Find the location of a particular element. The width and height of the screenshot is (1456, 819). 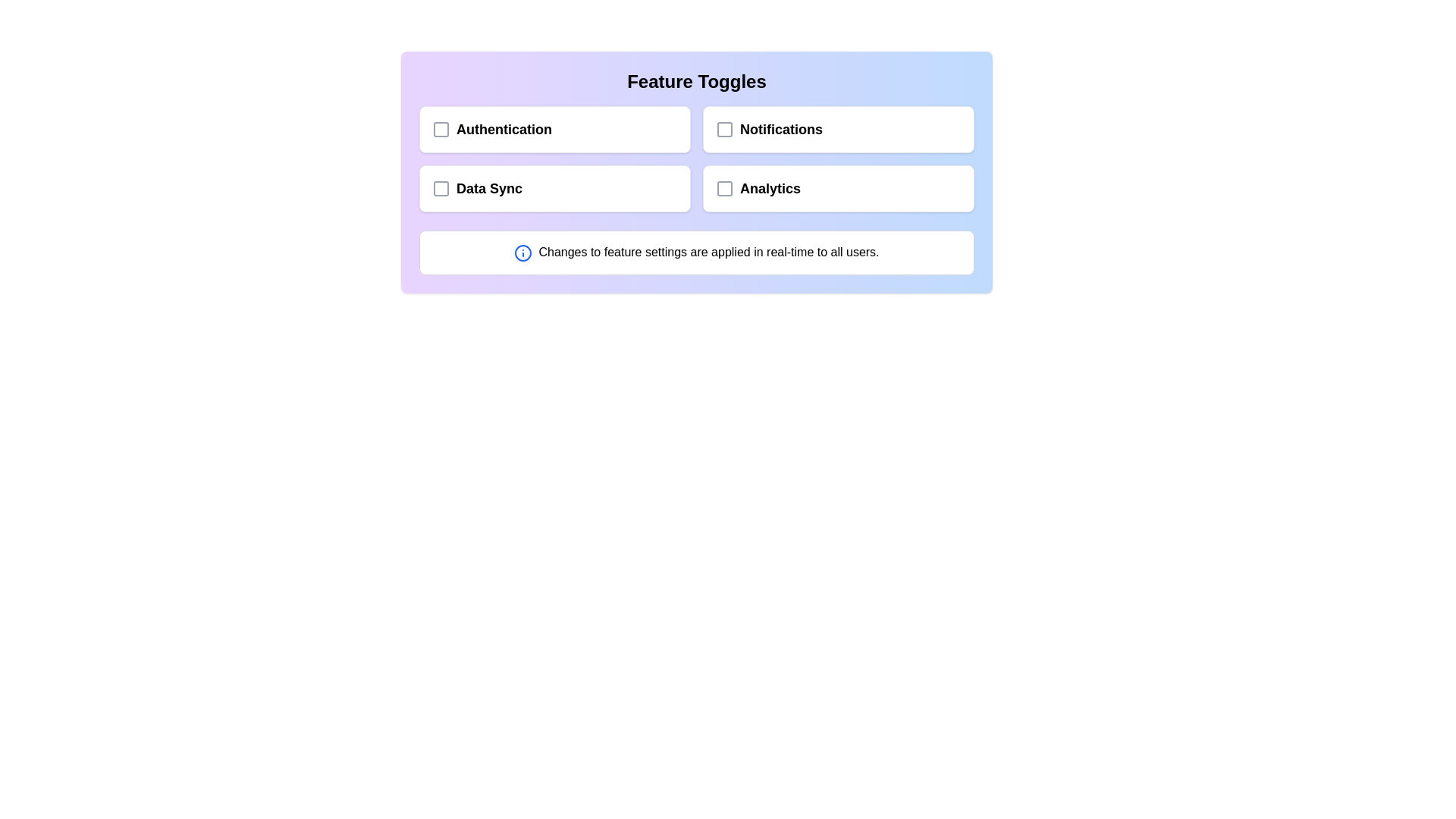

the checkbox for the 'Notifications' option is located at coordinates (723, 128).